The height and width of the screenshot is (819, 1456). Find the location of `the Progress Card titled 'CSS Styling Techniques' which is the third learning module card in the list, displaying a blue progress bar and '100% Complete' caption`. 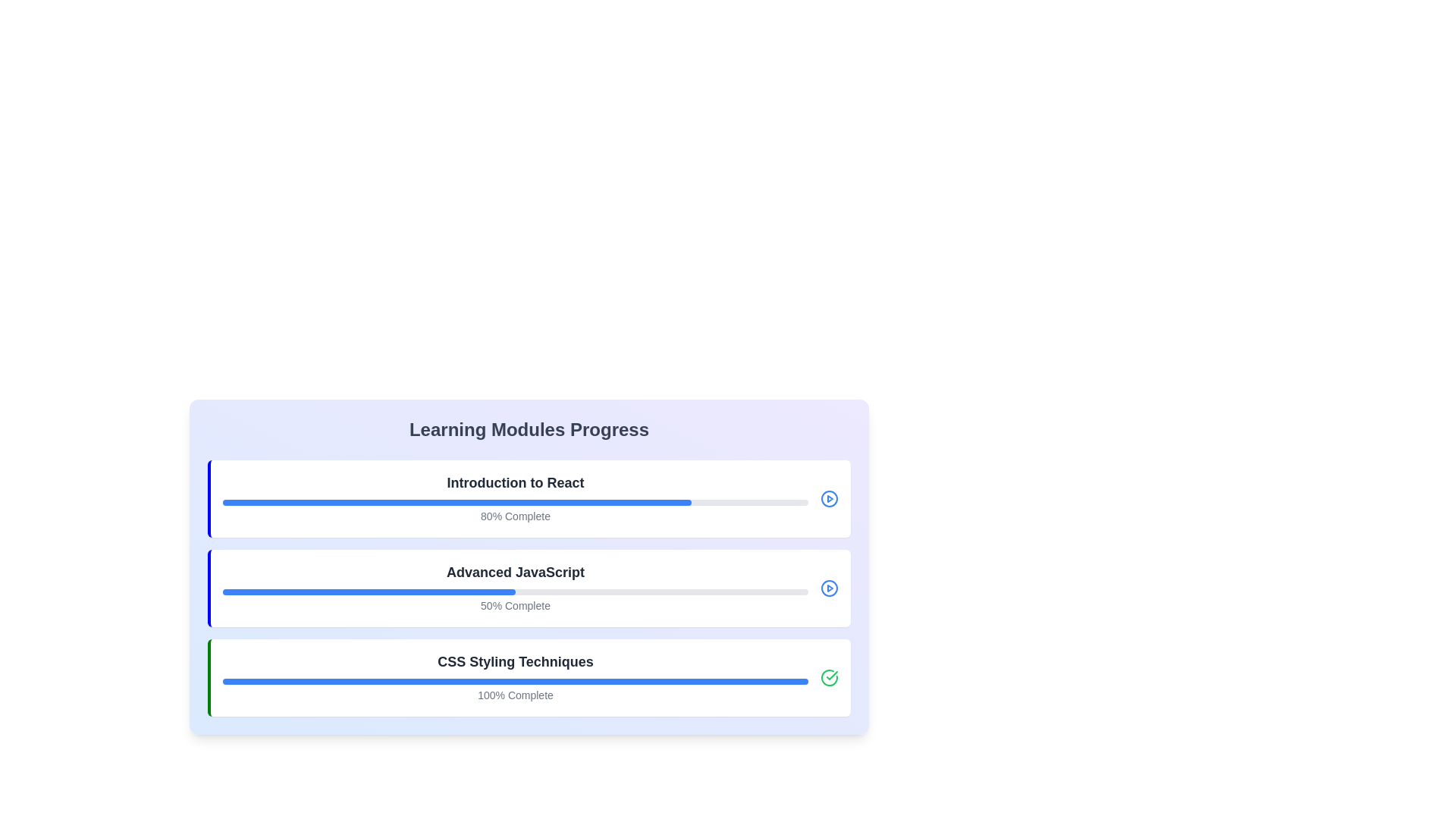

the Progress Card titled 'CSS Styling Techniques' which is the third learning module card in the list, displaying a blue progress bar and '100% Complete' caption is located at coordinates (516, 677).